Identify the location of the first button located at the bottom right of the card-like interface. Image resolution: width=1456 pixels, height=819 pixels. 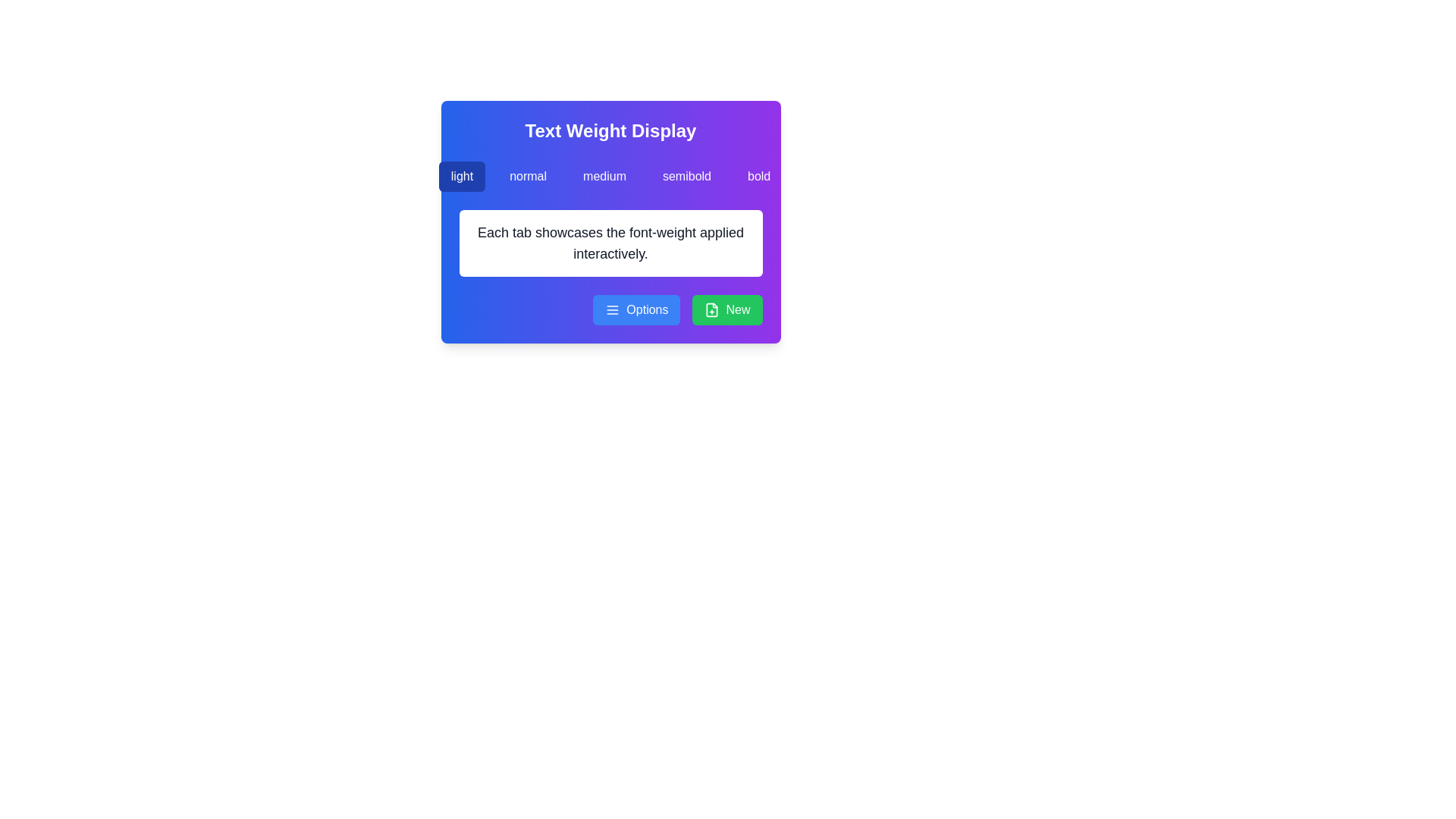
(637, 309).